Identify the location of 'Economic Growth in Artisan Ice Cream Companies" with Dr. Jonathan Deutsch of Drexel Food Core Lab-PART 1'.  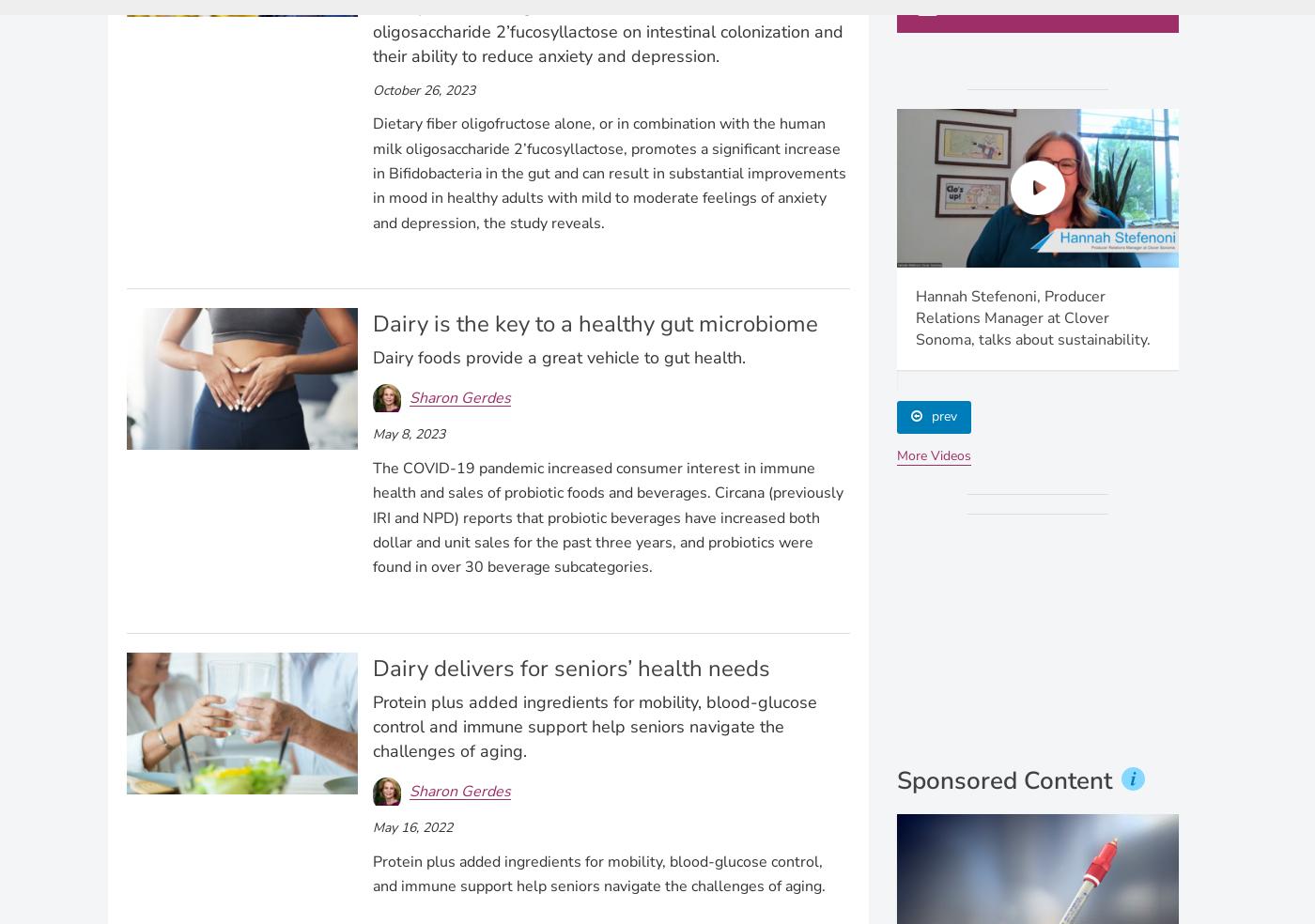
(745, 328).